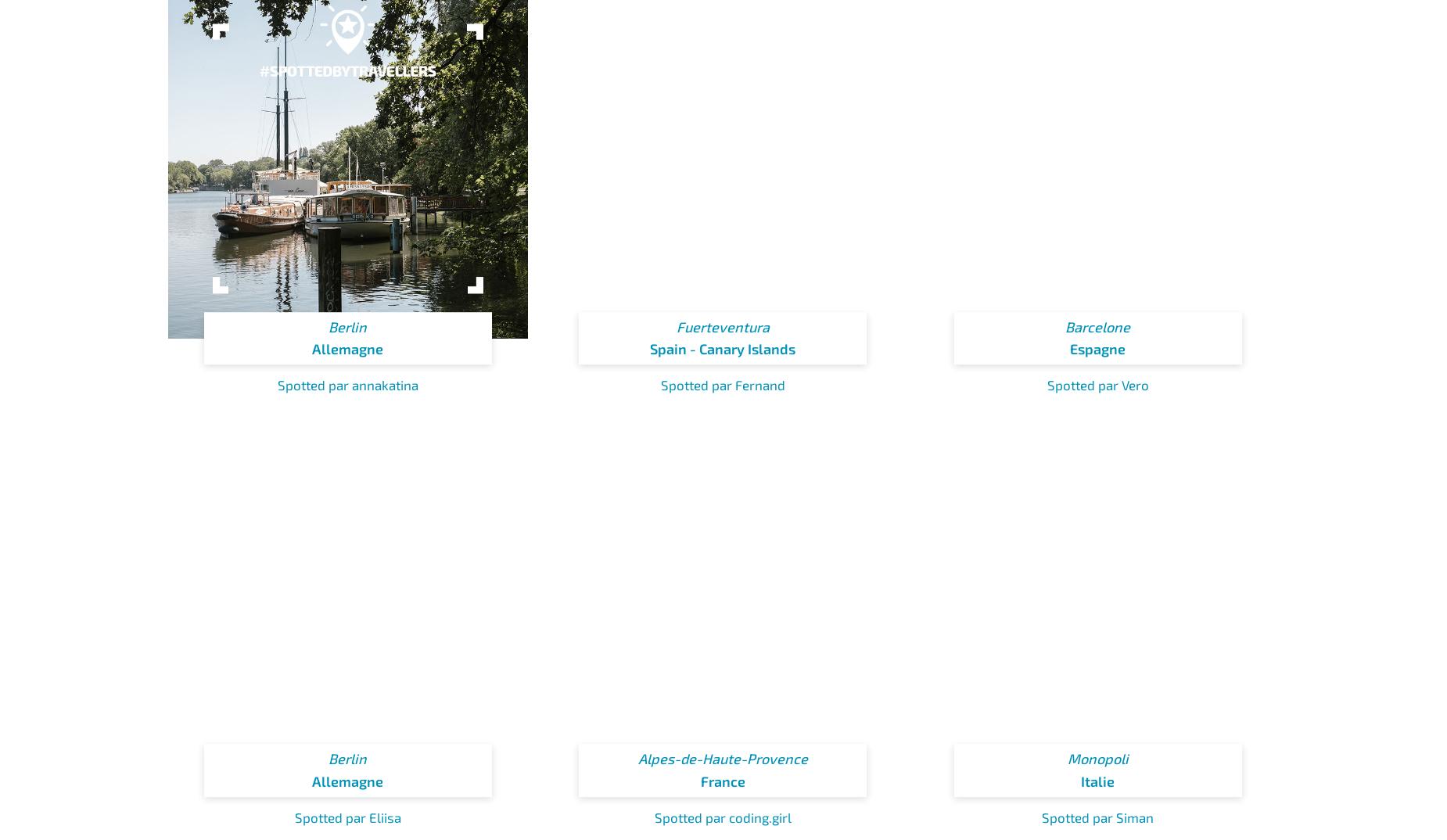 The image size is (1447, 840). Describe the element at coordinates (723, 348) in the screenshot. I see `'Spain - Canary Islands'` at that location.